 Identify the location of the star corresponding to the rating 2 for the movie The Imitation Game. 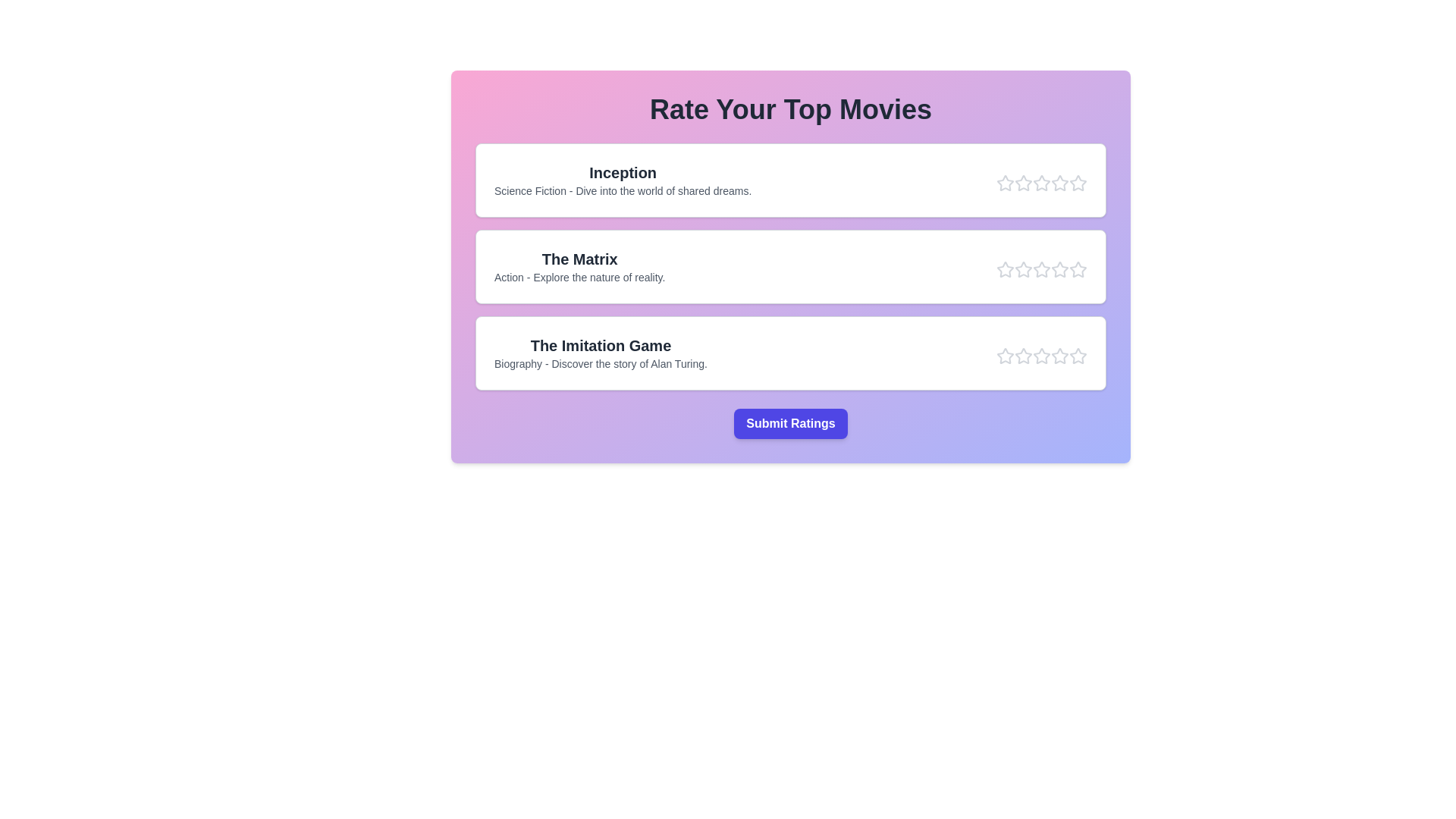
(1023, 356).